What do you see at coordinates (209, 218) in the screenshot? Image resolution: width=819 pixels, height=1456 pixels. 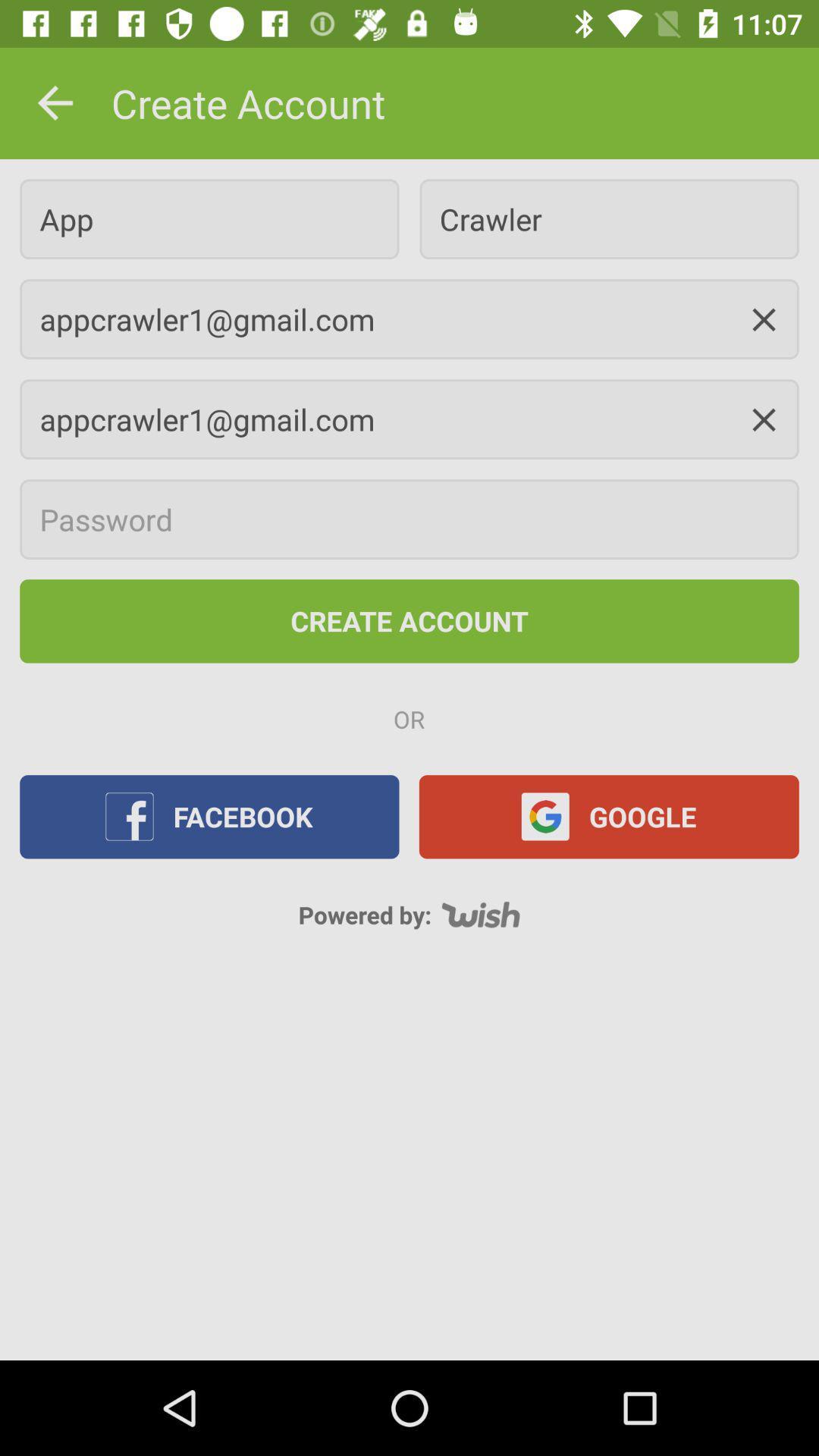 I see `app icon` at bounding box center [209, 218].